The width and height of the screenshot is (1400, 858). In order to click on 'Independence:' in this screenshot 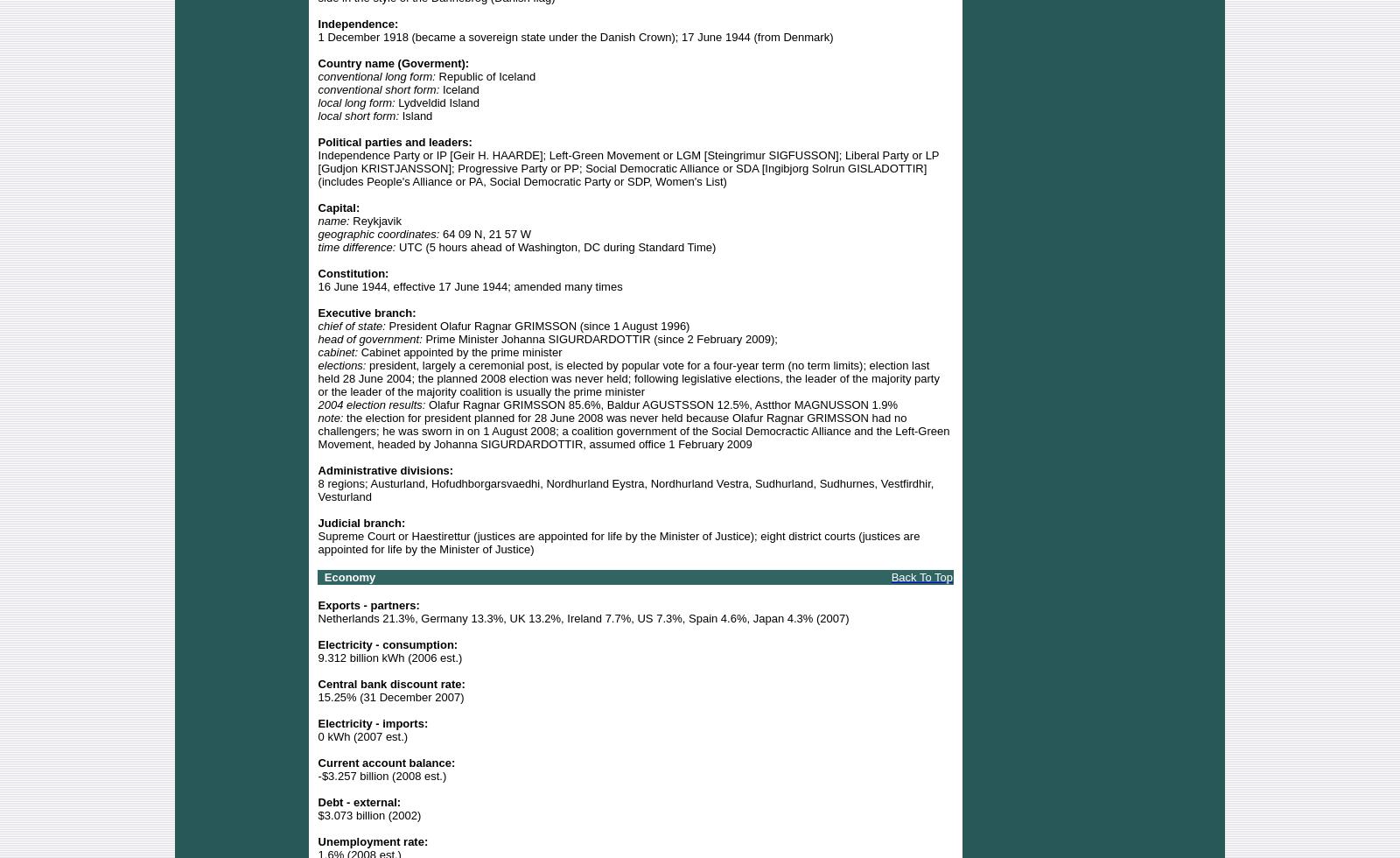, I will do `click(356, 23)`.